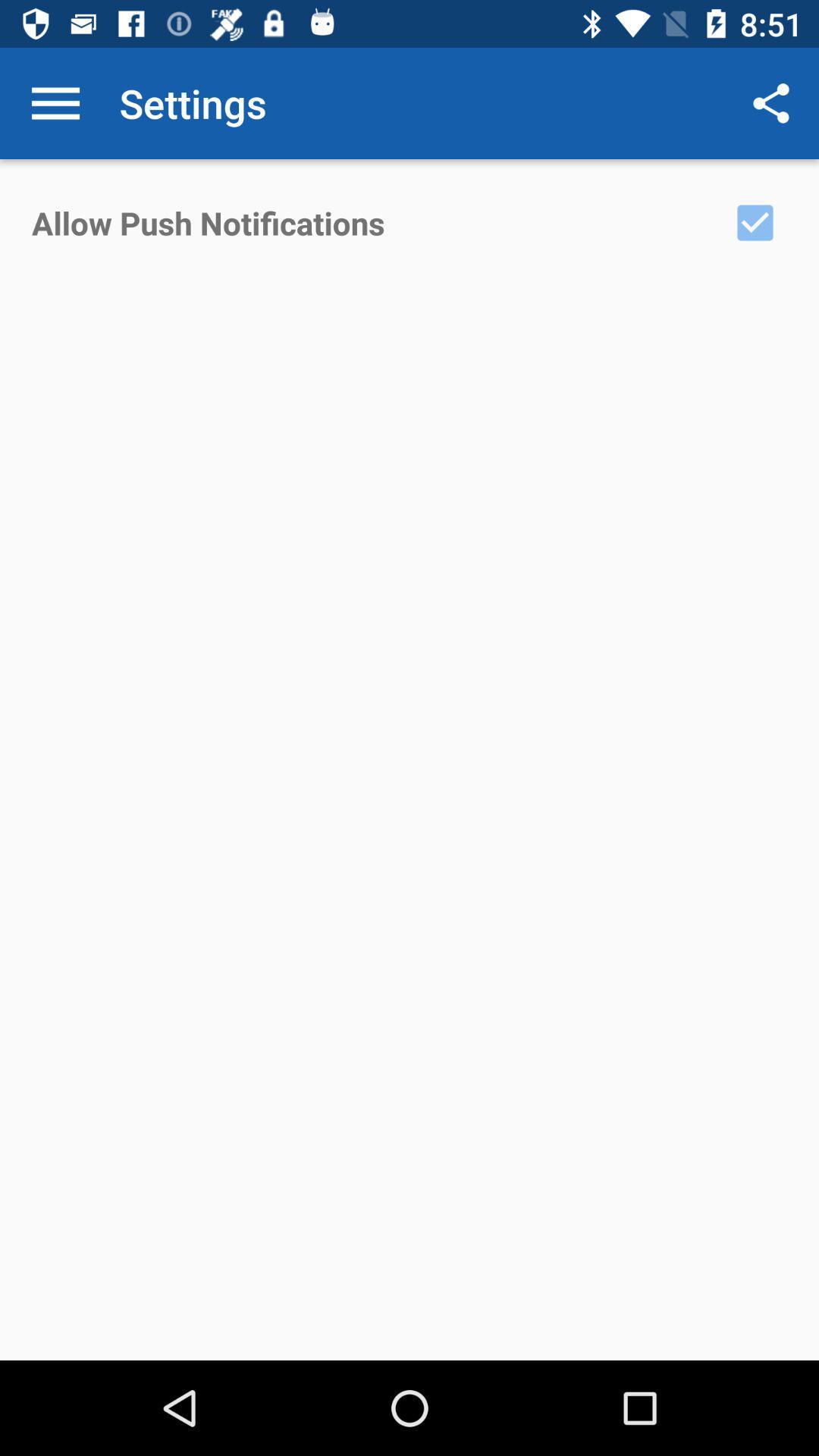  What do you see at coordinates (755, 221) in the screenshot?
I see `notification allow button` at bounding box center [755, 221].